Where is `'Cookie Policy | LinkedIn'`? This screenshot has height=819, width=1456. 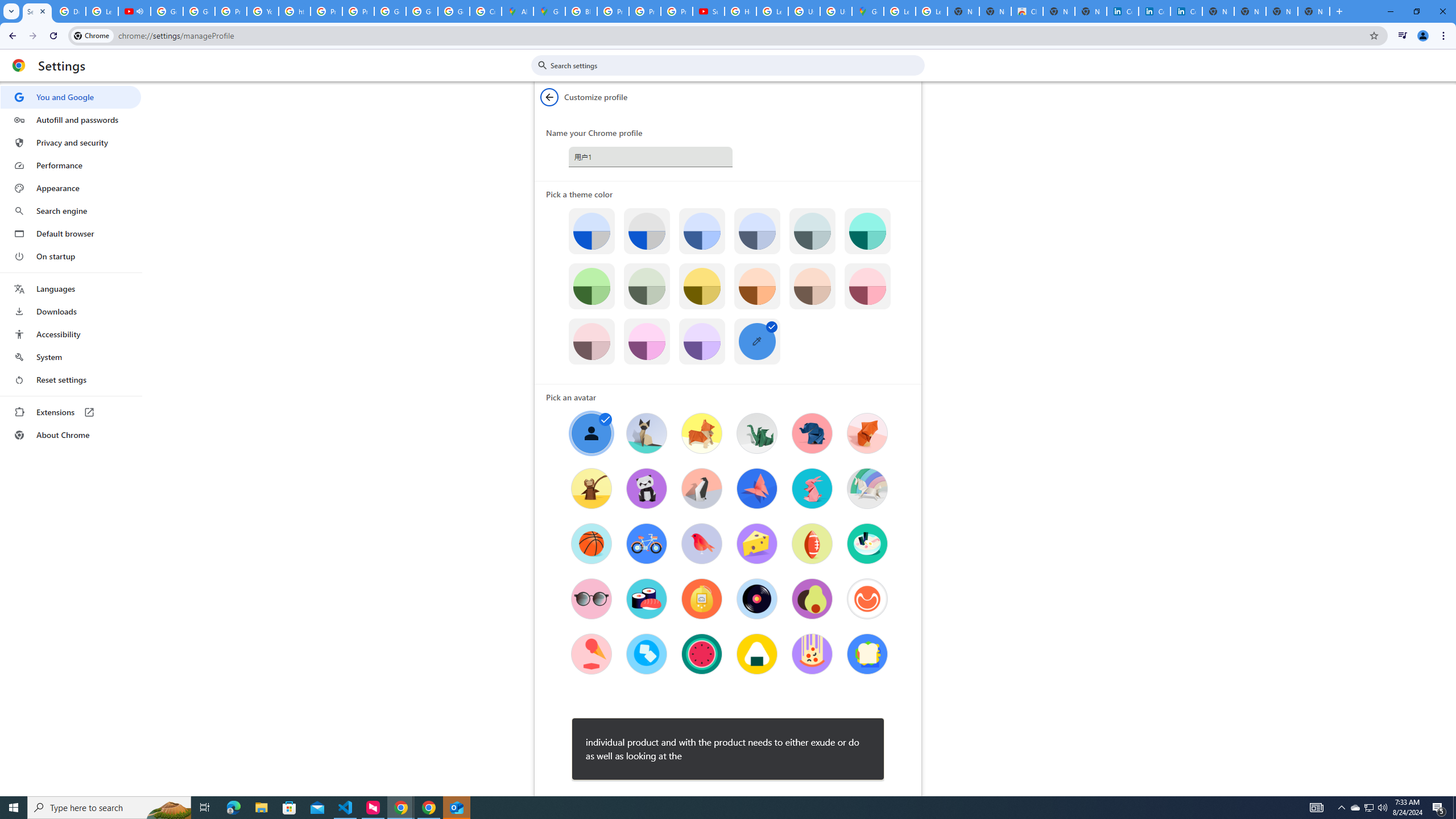
'Cookie Policy | LinkedIn' is located at coordinates (1155, 11).